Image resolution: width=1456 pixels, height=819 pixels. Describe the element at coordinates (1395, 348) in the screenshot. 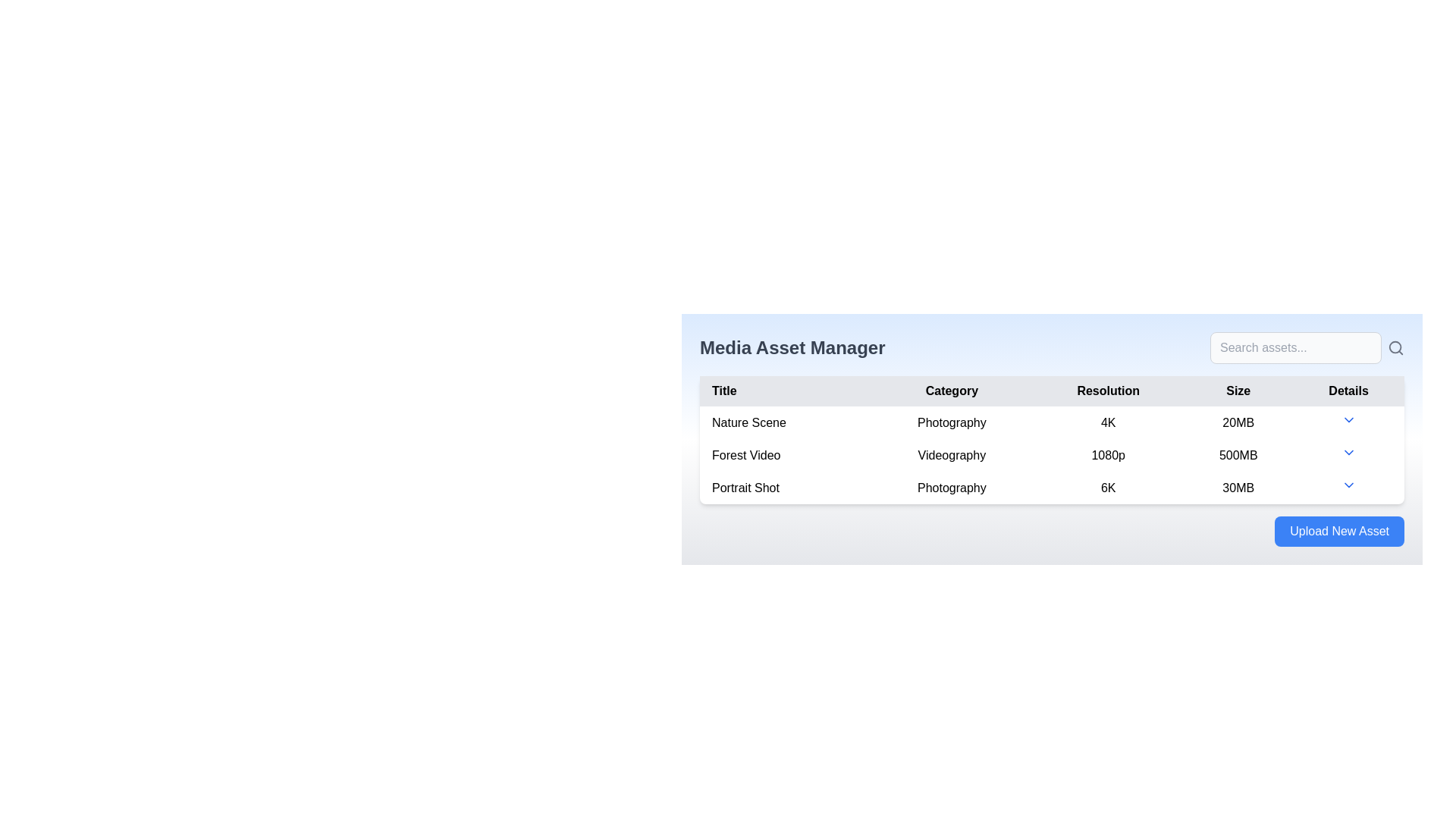

I see `the search icon located at the far right edge of the search bar` at that location.